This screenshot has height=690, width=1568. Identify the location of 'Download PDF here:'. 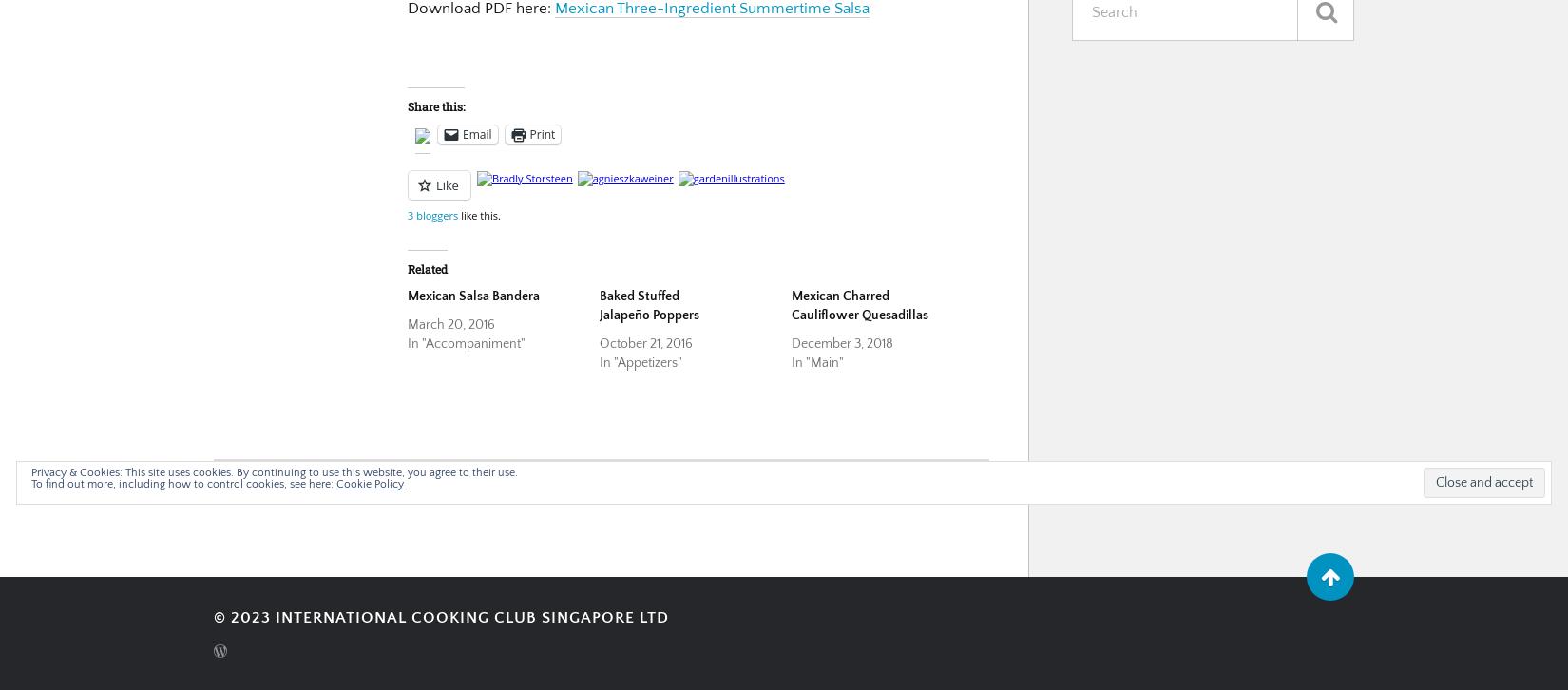
(480, 9).